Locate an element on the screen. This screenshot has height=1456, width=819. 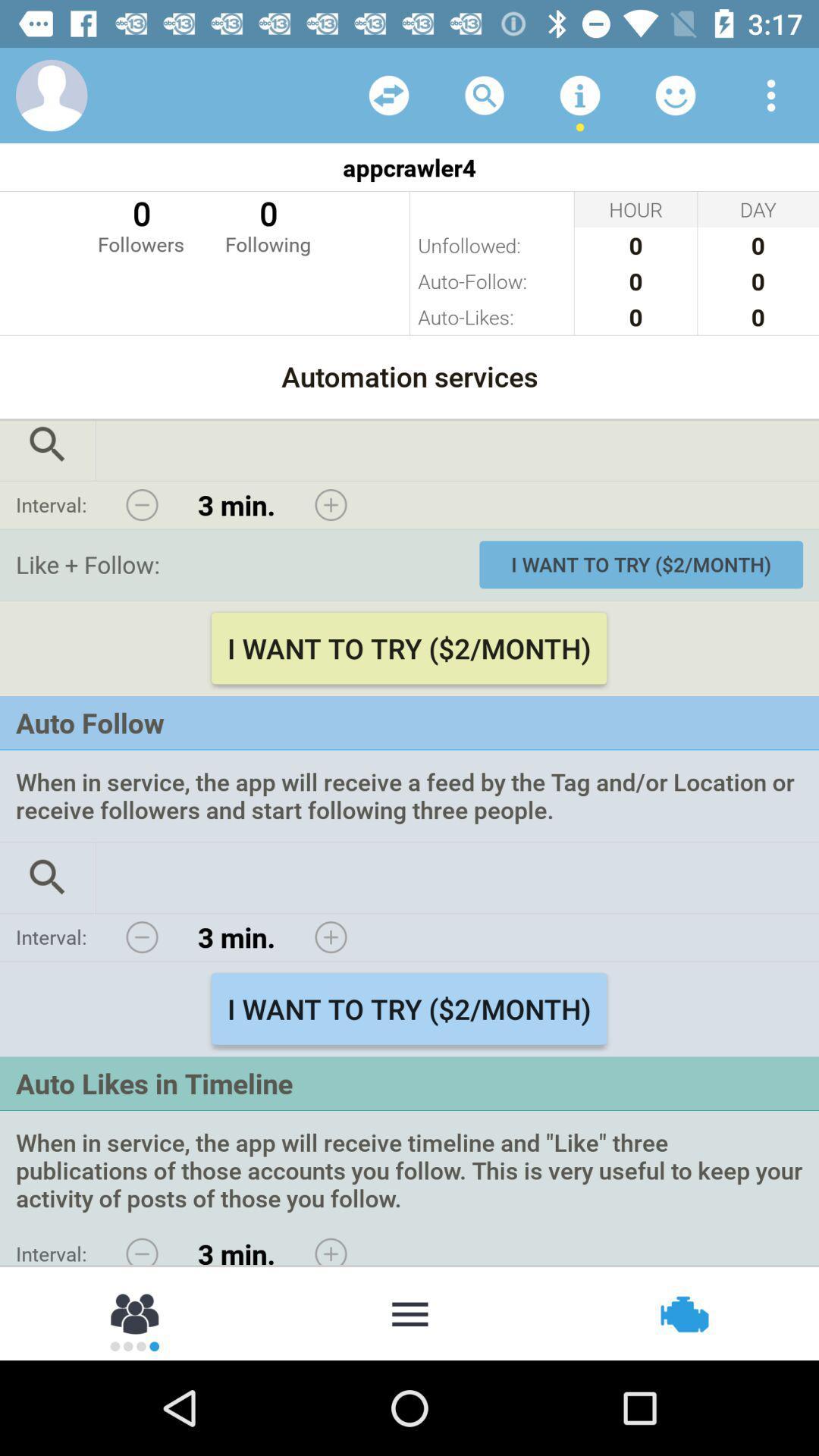
search is located at coordinates (46, 877).